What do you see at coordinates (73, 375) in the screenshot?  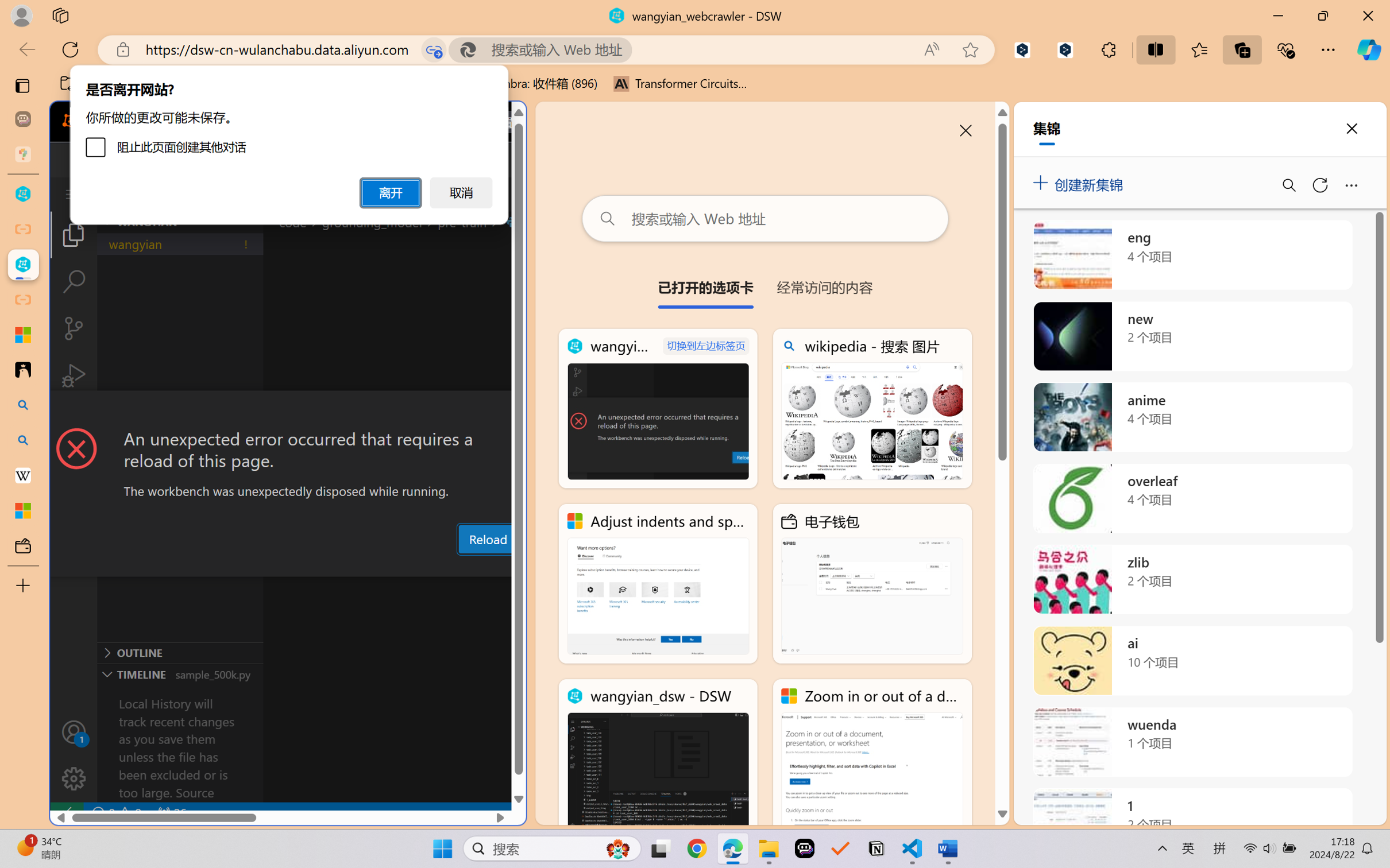 I see `'Run and Debug (Ctrl+Shift+D)'` at bounding box center [73, 375].